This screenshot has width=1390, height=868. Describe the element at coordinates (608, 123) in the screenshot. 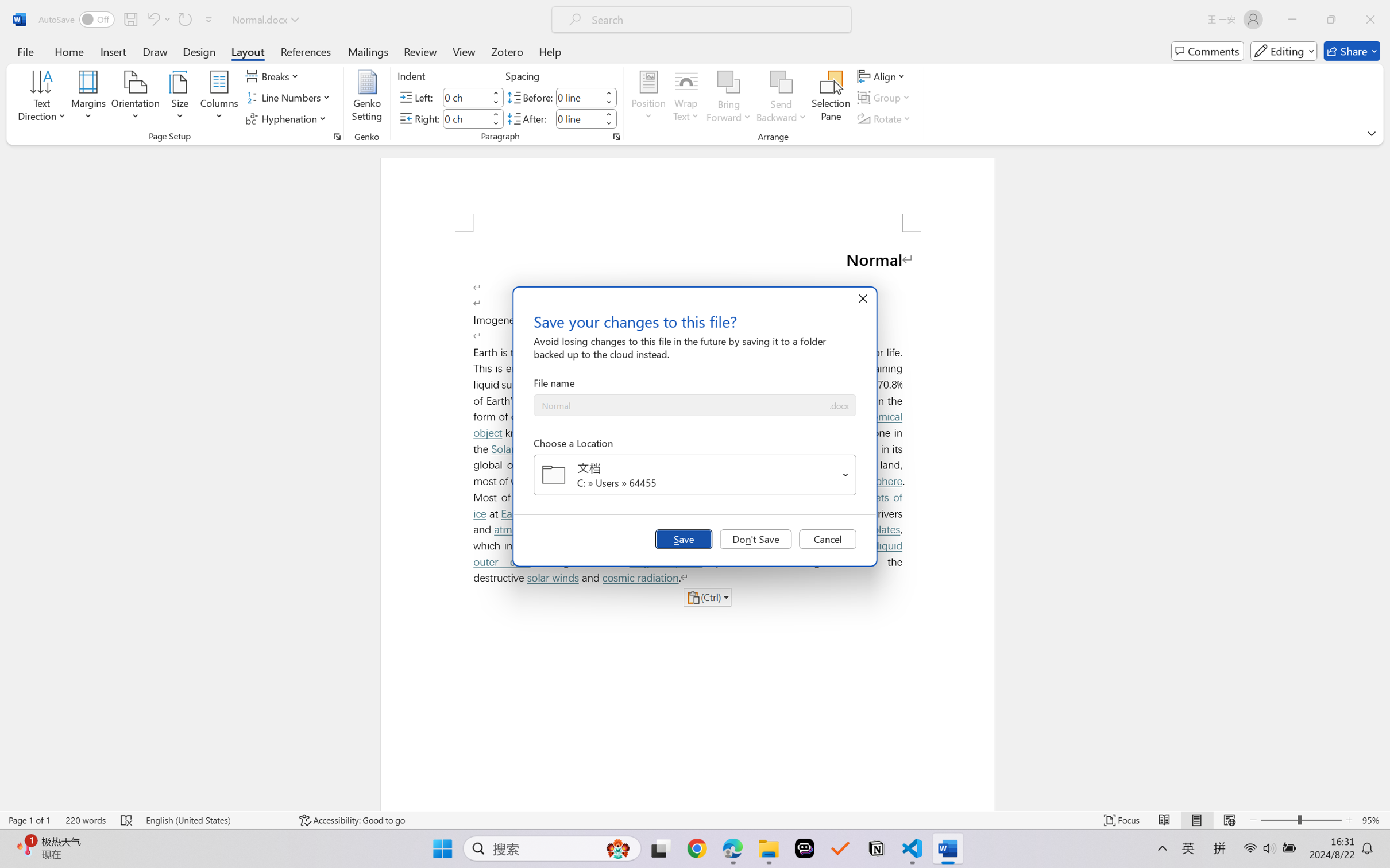

I see `'Less'` at that location.